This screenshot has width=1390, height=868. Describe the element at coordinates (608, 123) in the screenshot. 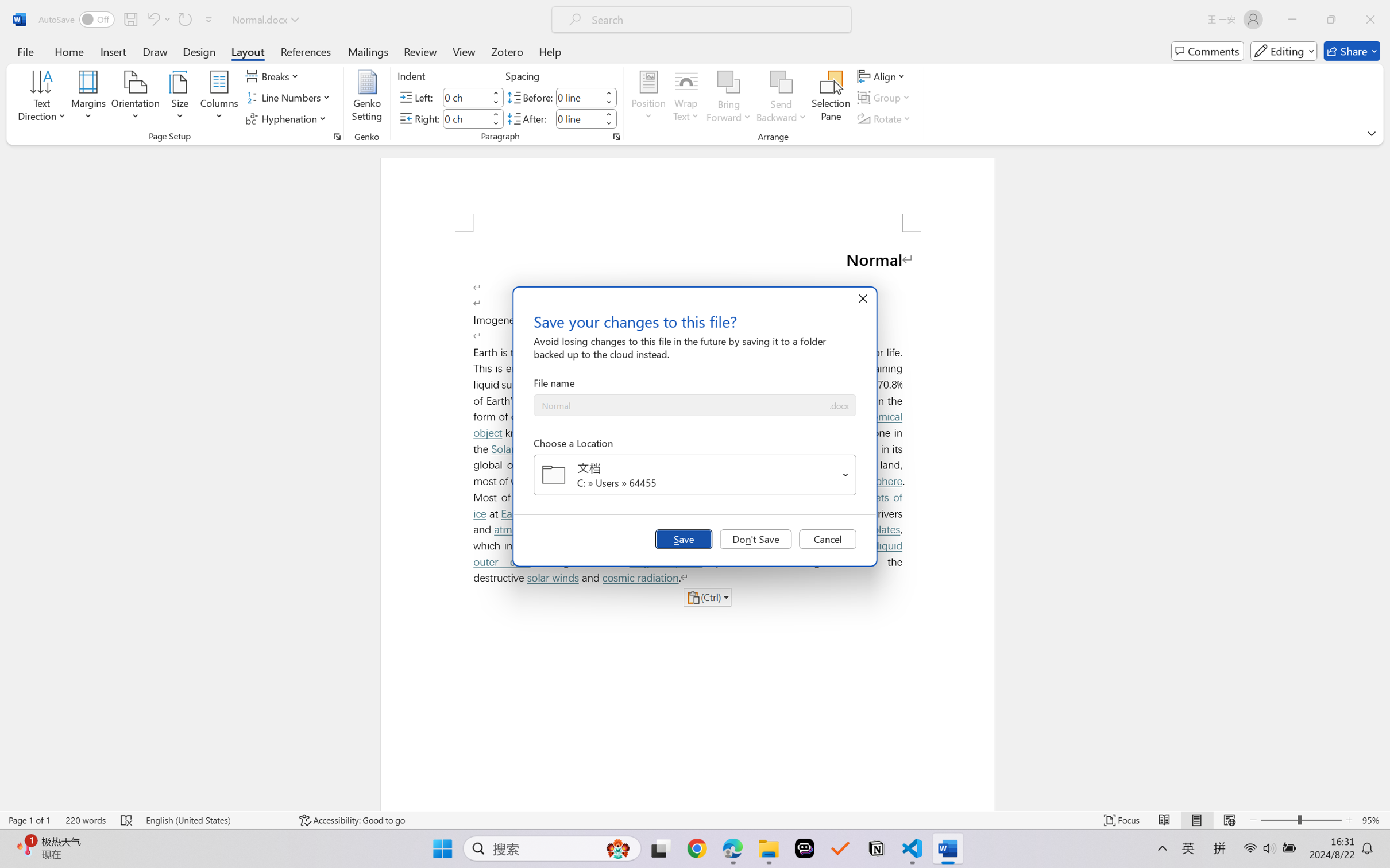

I see `'Less'` at that location.